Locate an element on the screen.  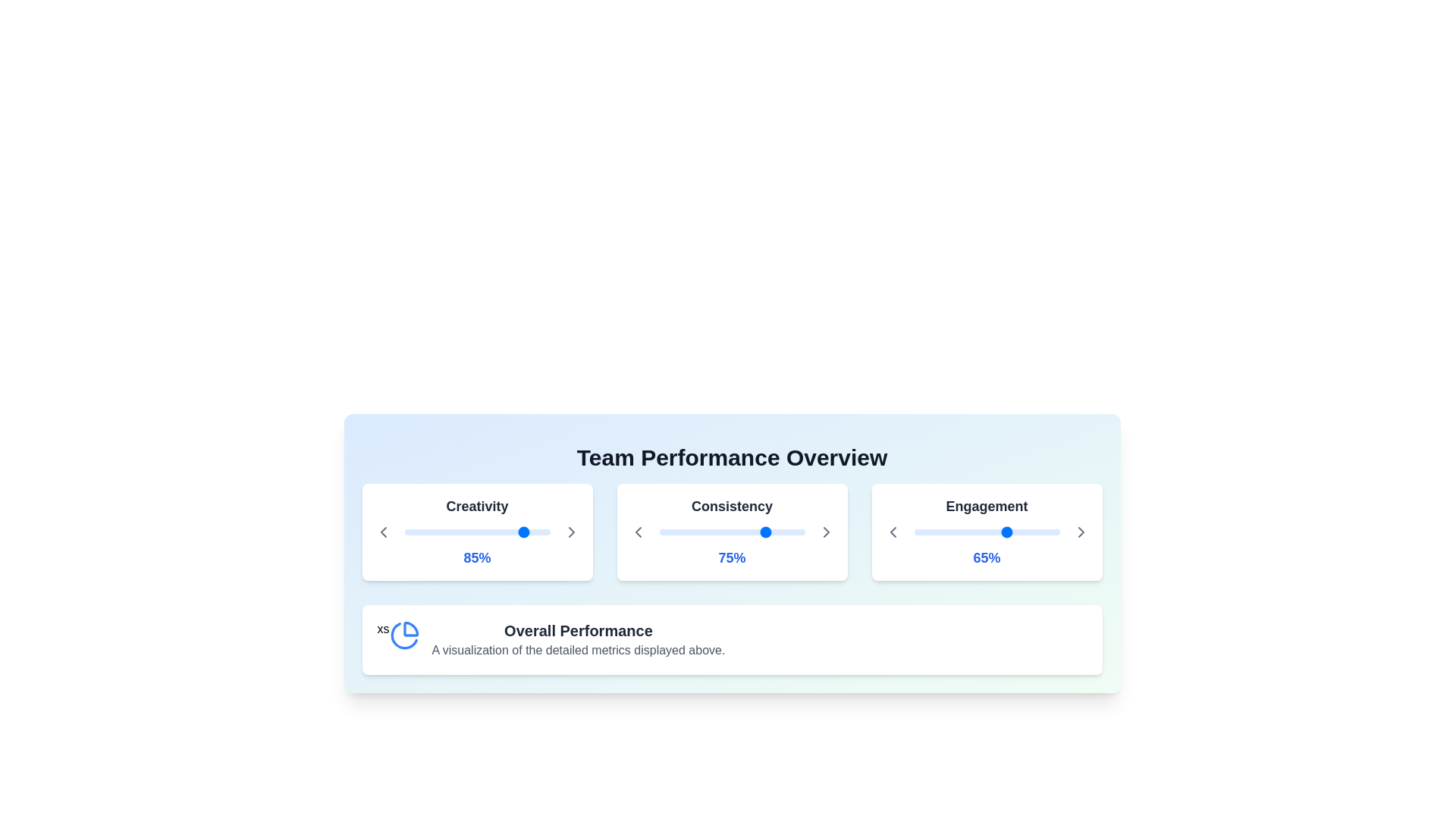
the slider is located at coordinates (428, 532).